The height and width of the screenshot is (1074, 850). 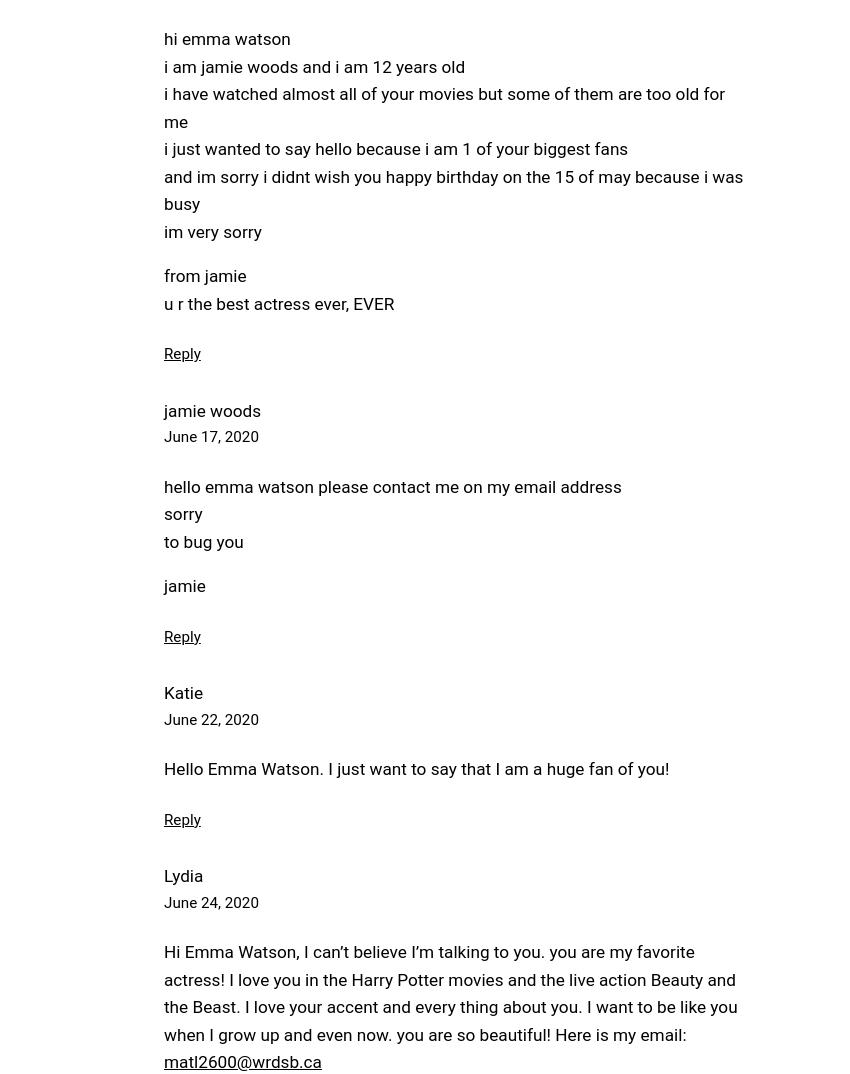 What do you see at coordinates (209, 719) in the screenshot?
I see `'June 22, 2020'` at bounding box center [209, 719].